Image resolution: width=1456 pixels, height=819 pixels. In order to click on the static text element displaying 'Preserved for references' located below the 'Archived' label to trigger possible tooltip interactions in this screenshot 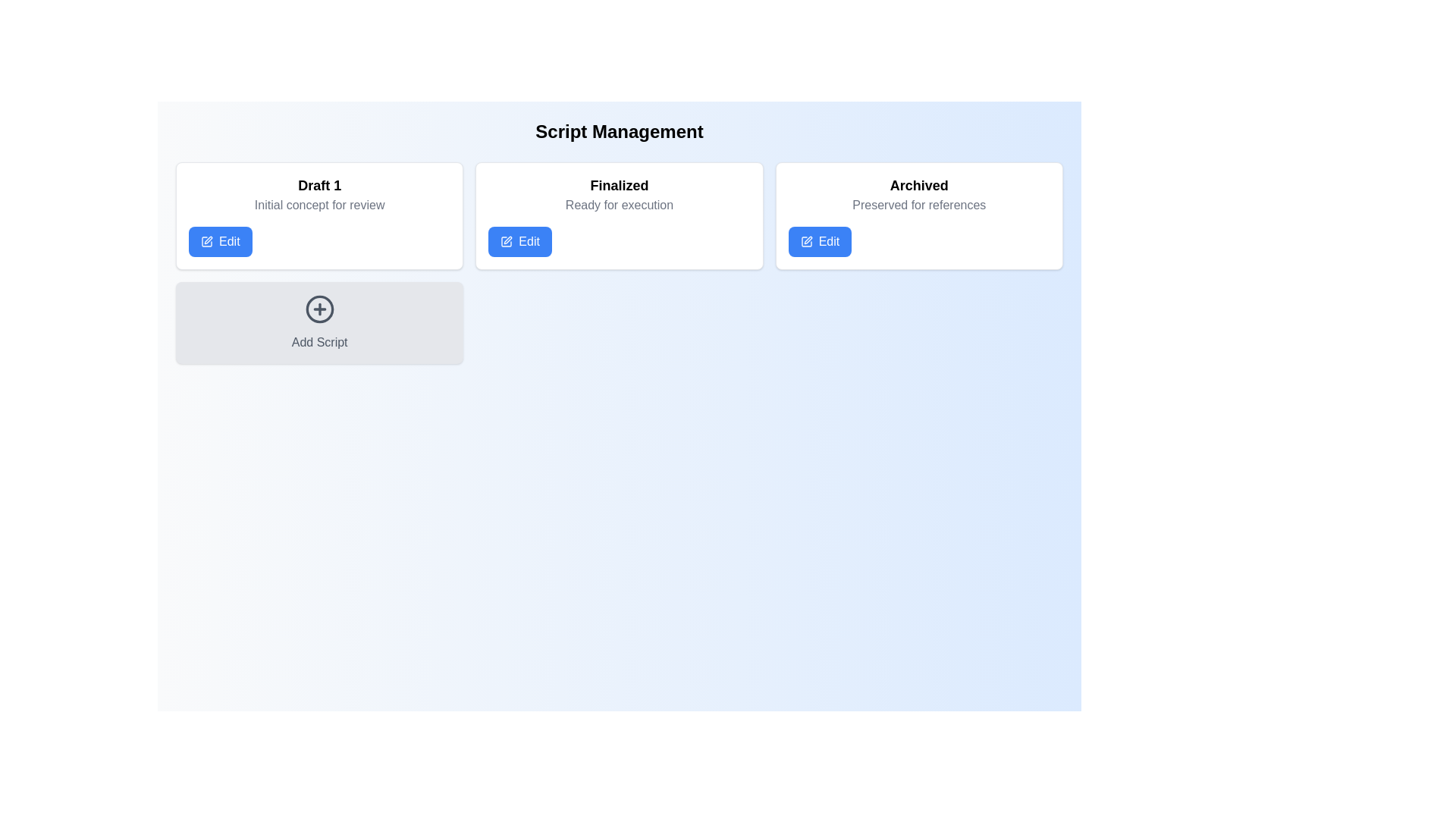, I will do `click(918, 205)`.